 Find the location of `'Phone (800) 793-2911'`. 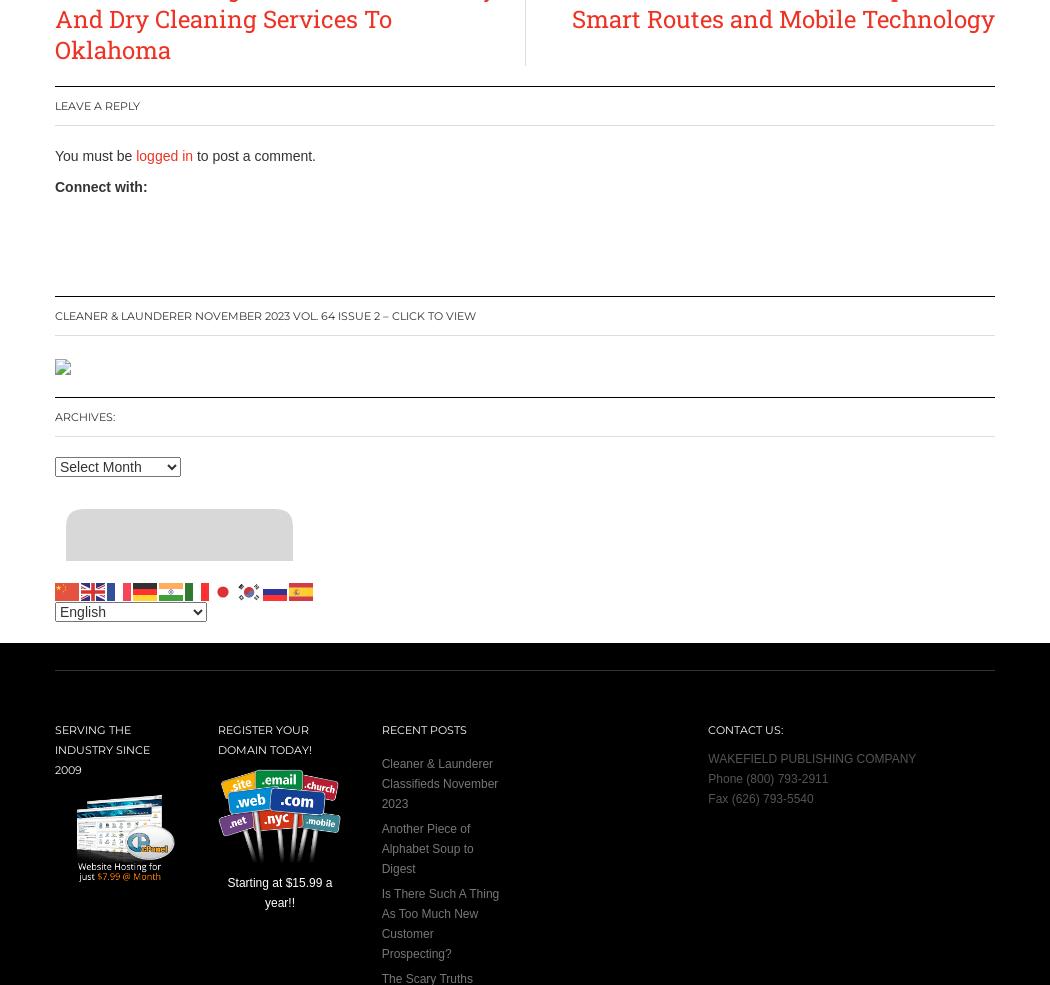

'Phone (800) 793-2911' is located at coordinates (767, 777).